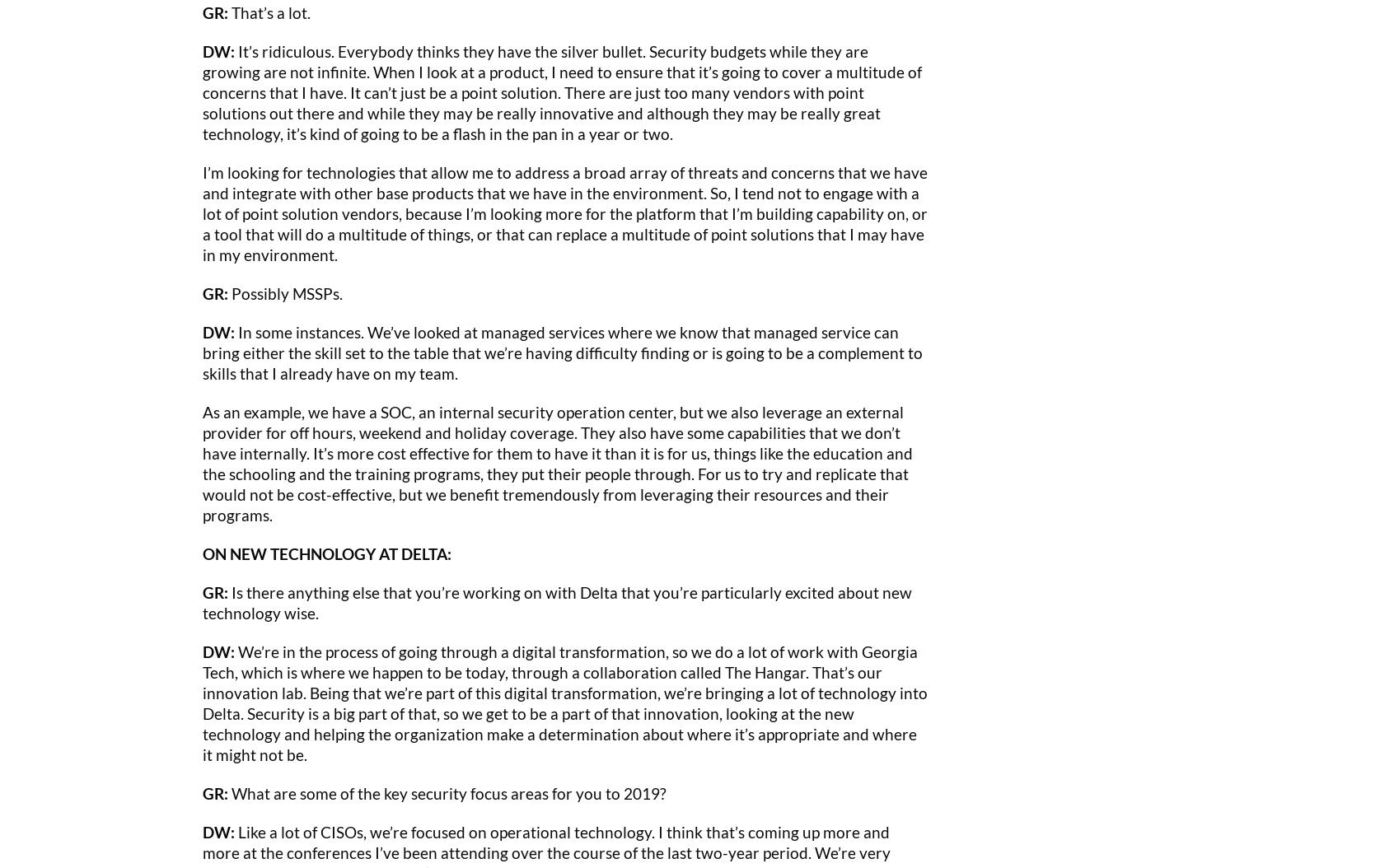 The width and height of the screenshot is (1394, 868). What do you see at coordinates (562, 91) in the screenshot?
I see `'It’s ridiculous. Everybody thinks they have the silver bullet. Security budgets while they are growing are not infinite. When I look at a product, I need to ensure that it’s going to cover a multitude of concerns that I have. It can’t just be a point solution. There are just too many vendors with point solutions out there and while they may be really innovative and although they may be really great technology, it’s kind of going to be a flash in the pan in a year or two.'` at bounding box center [562, 91].